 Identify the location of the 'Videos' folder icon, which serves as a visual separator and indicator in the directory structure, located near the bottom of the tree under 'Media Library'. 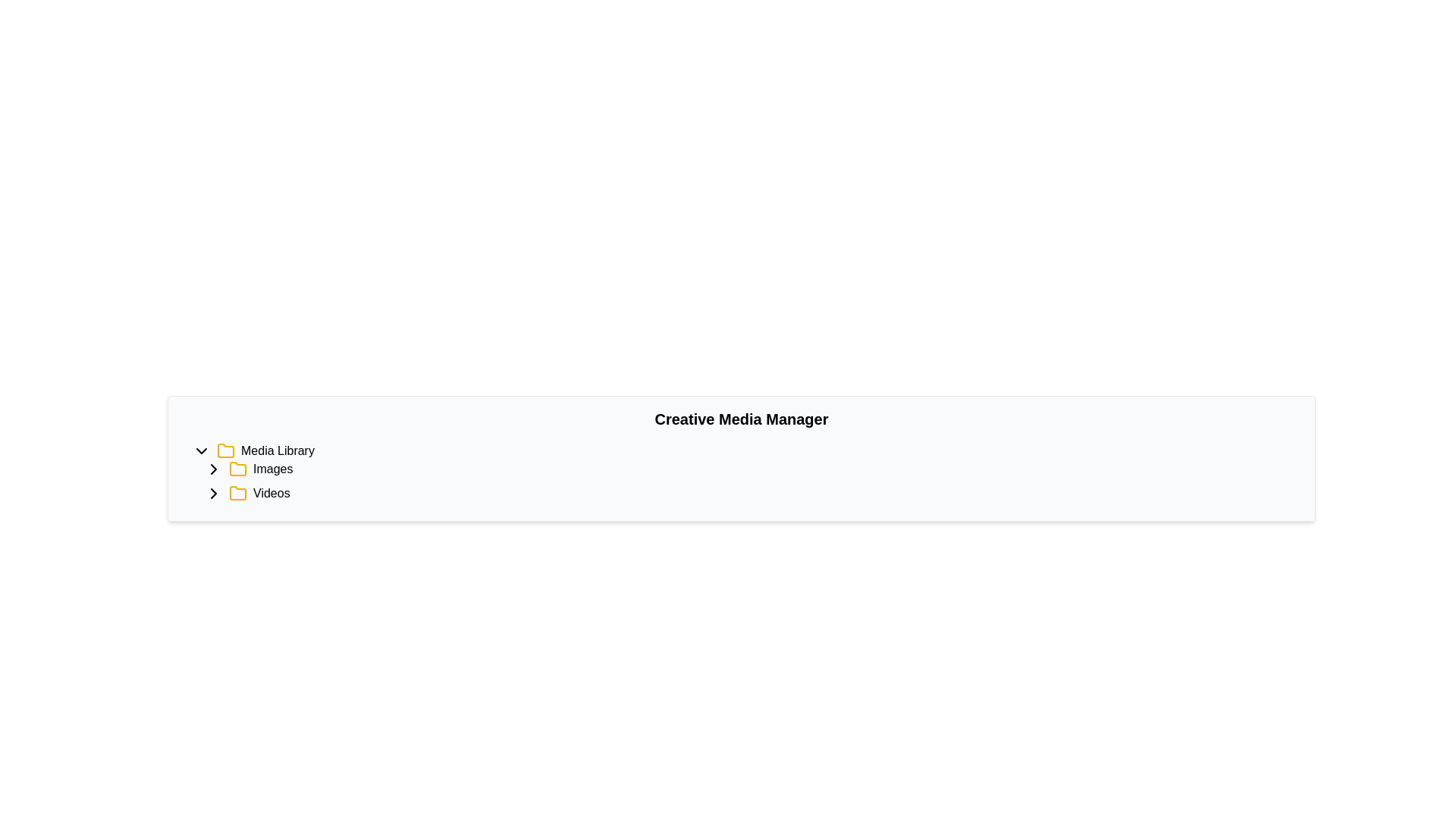
(237, 493).